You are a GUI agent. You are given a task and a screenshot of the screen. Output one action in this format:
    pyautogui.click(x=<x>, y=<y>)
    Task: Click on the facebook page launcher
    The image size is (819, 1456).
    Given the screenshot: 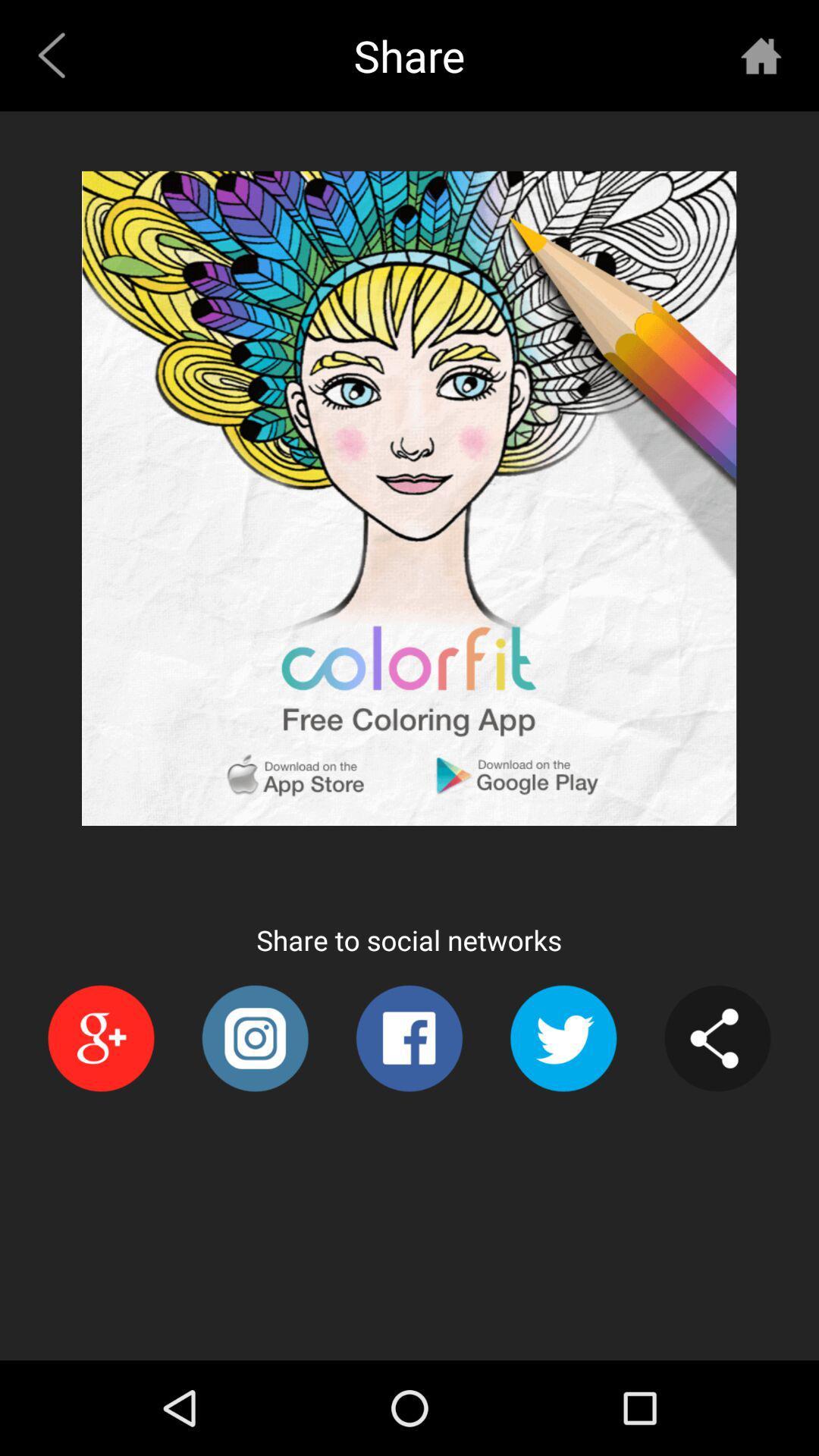 What is the action you would take?
    pyautogui.click(x=408, y=1037)
    